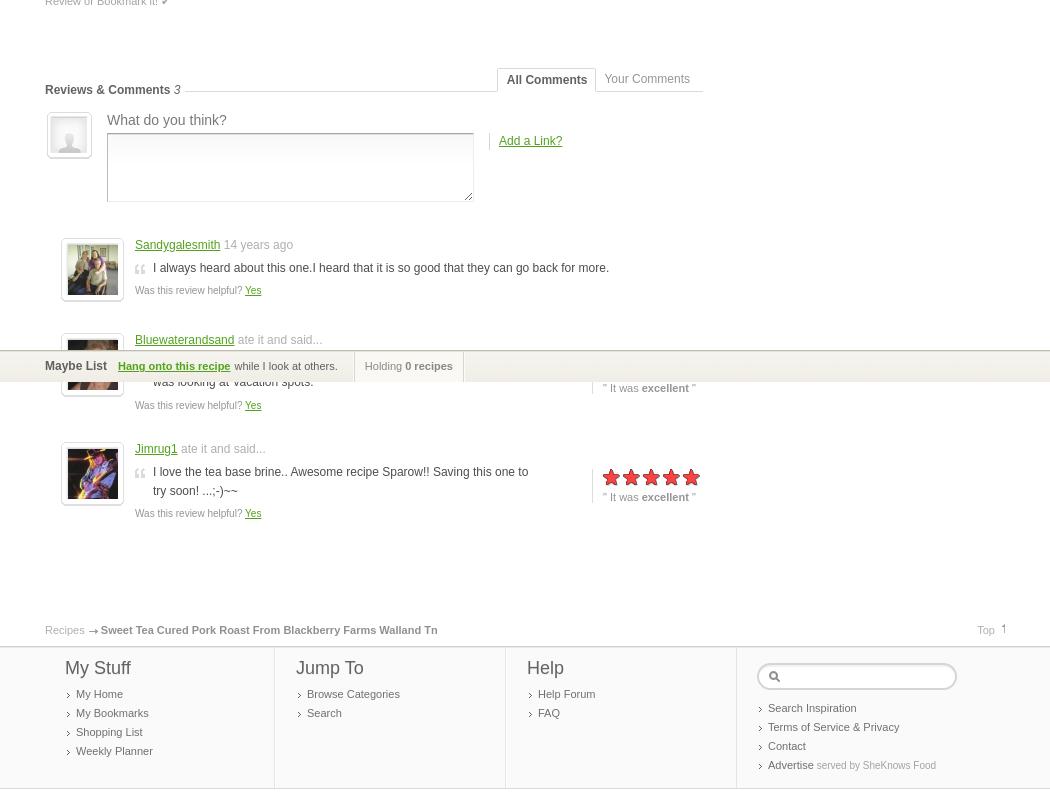 The height and width of the screenshot is (809, 1050). I want to click on 'I love the tea base brine..  Awesome recipe Sparow!!  Saving this one to try soon! ...;-)~~', so click(339, 479).